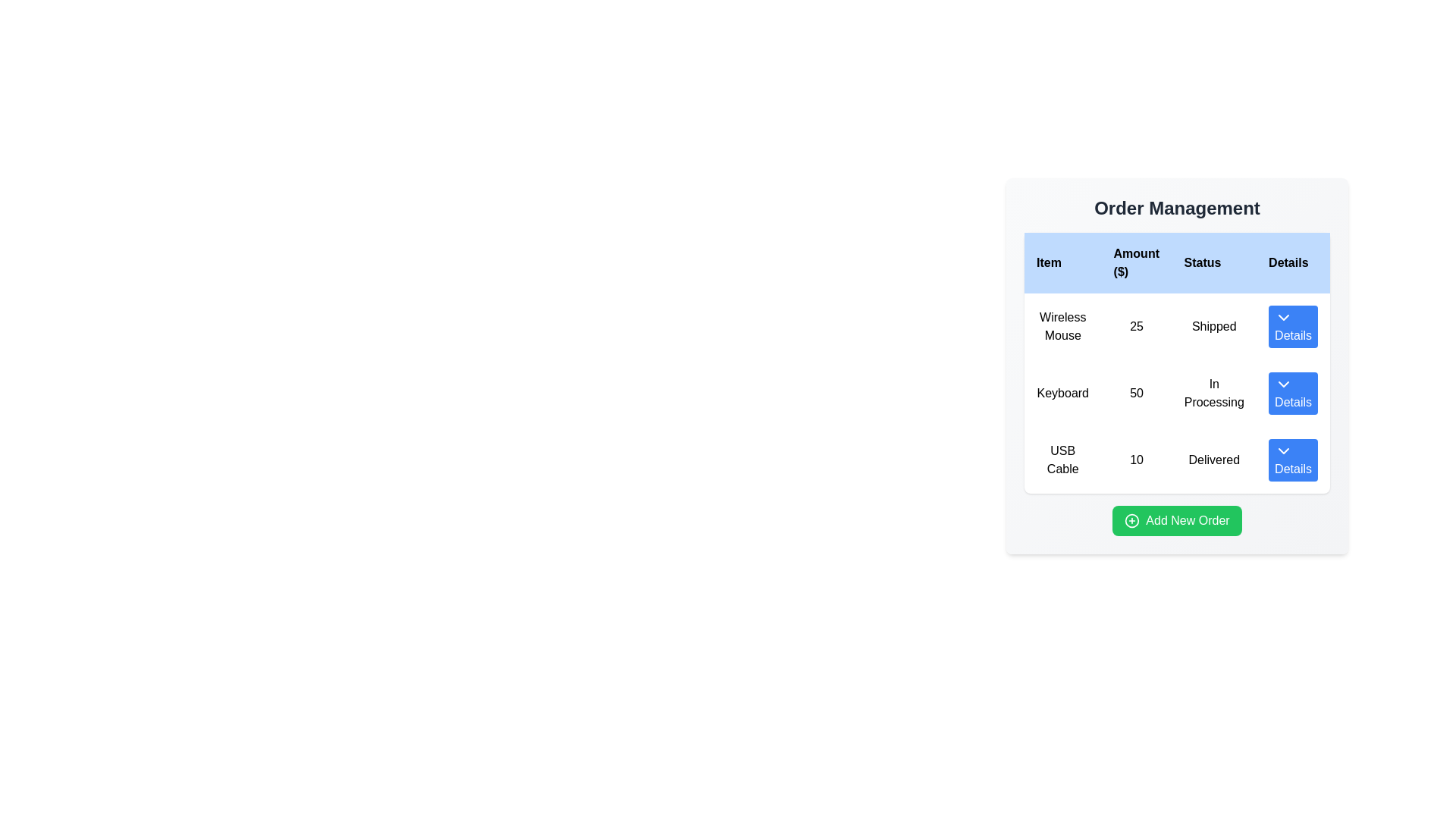  Describe the element at coordinates (1292, 393) in the screenshot. I see `the 'Details' button in the second row of the 'Order Management' table` at that location.